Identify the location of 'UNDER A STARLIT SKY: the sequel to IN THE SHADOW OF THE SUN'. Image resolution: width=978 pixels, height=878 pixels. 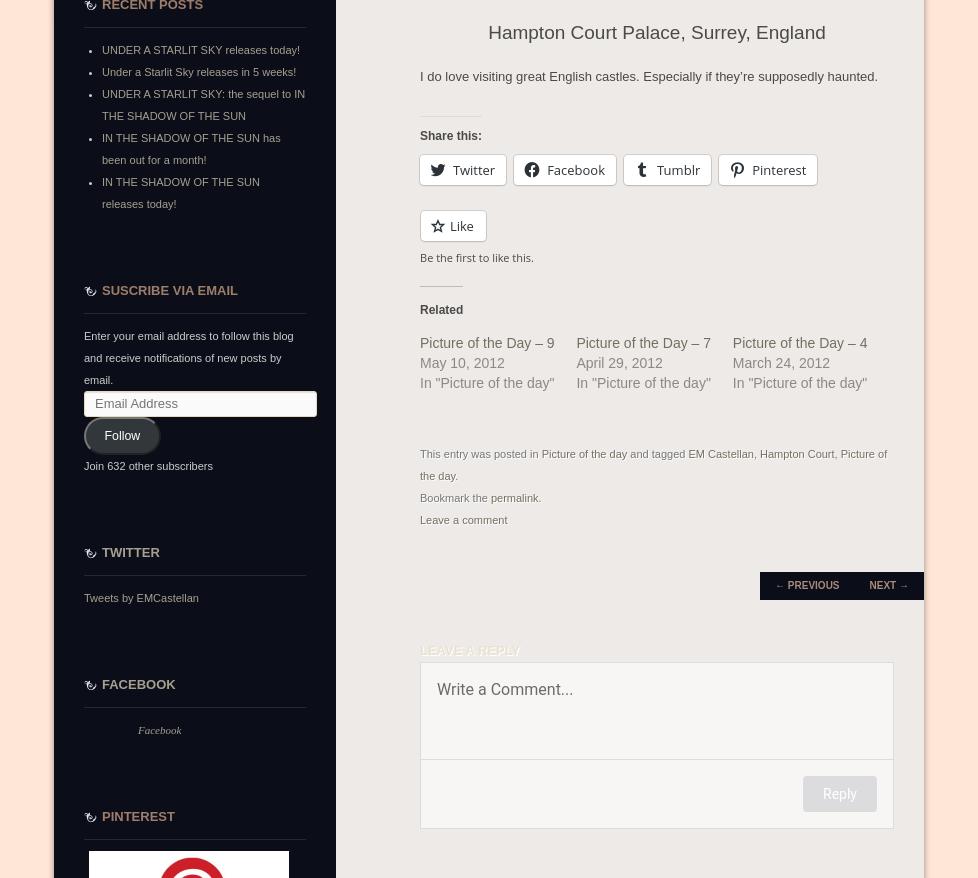
(203, 103).